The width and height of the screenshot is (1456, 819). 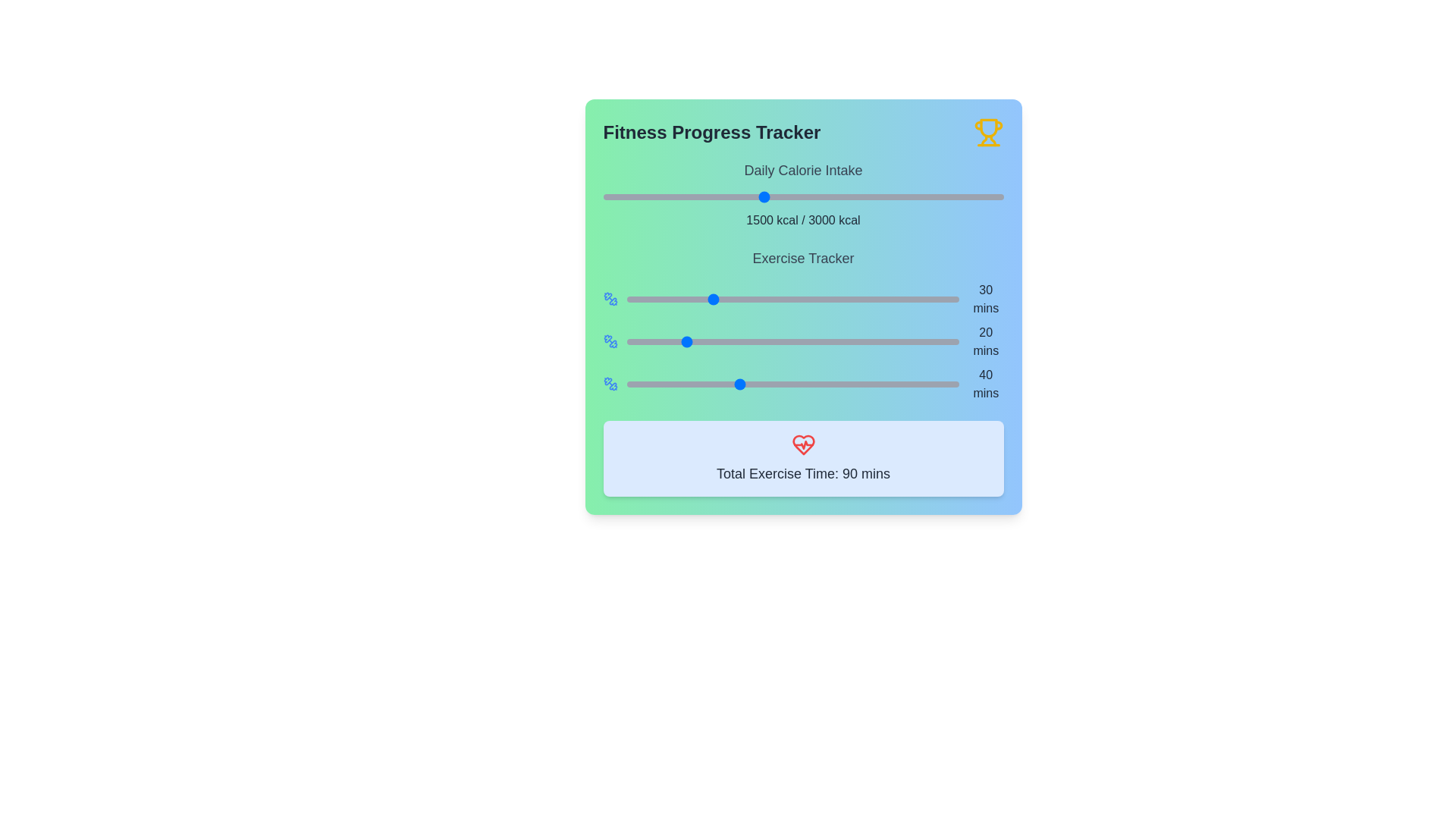 I want to click on the progress bars in the 'Exercise Tracker' section, so click(x=802, y=324).